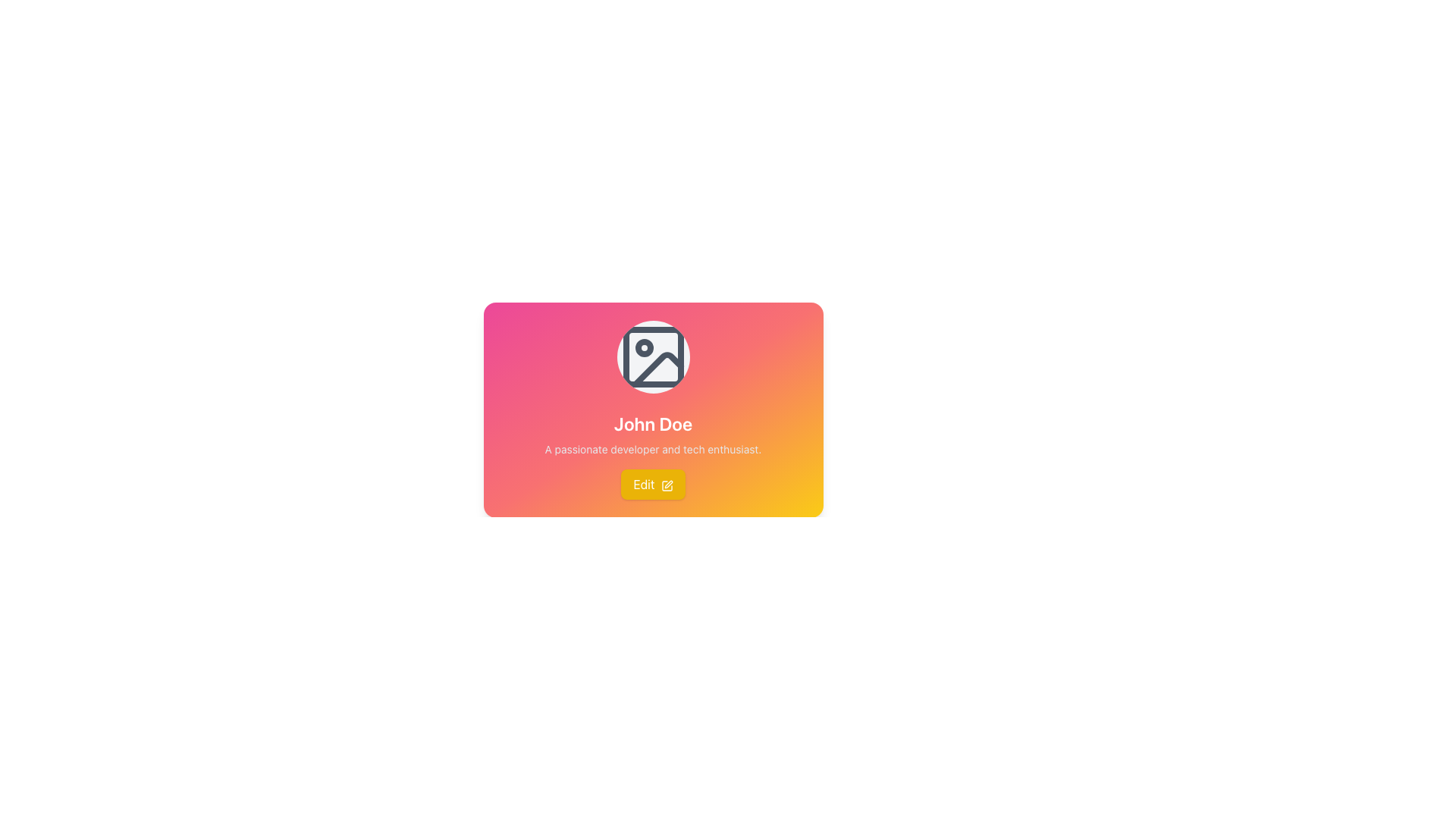  What do you see at coordinates (653, 424) in the screenshot?
I see `text label that displays 'John Doe' in a large and bold font style, positioned near the upper-middle section of the card interface` at bounding box center [653, 424].